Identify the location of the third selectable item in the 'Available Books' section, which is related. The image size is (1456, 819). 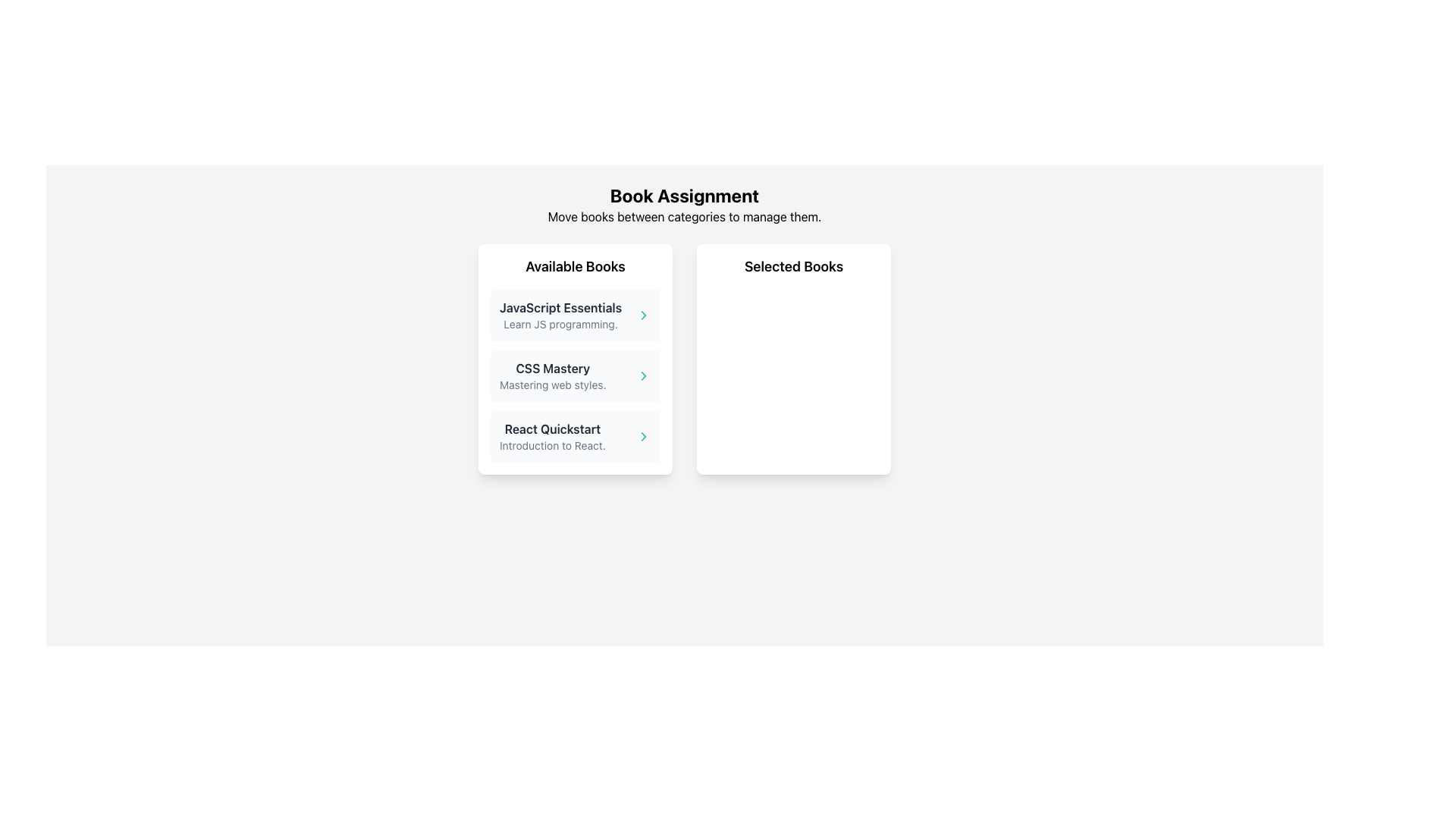
(574, 436).